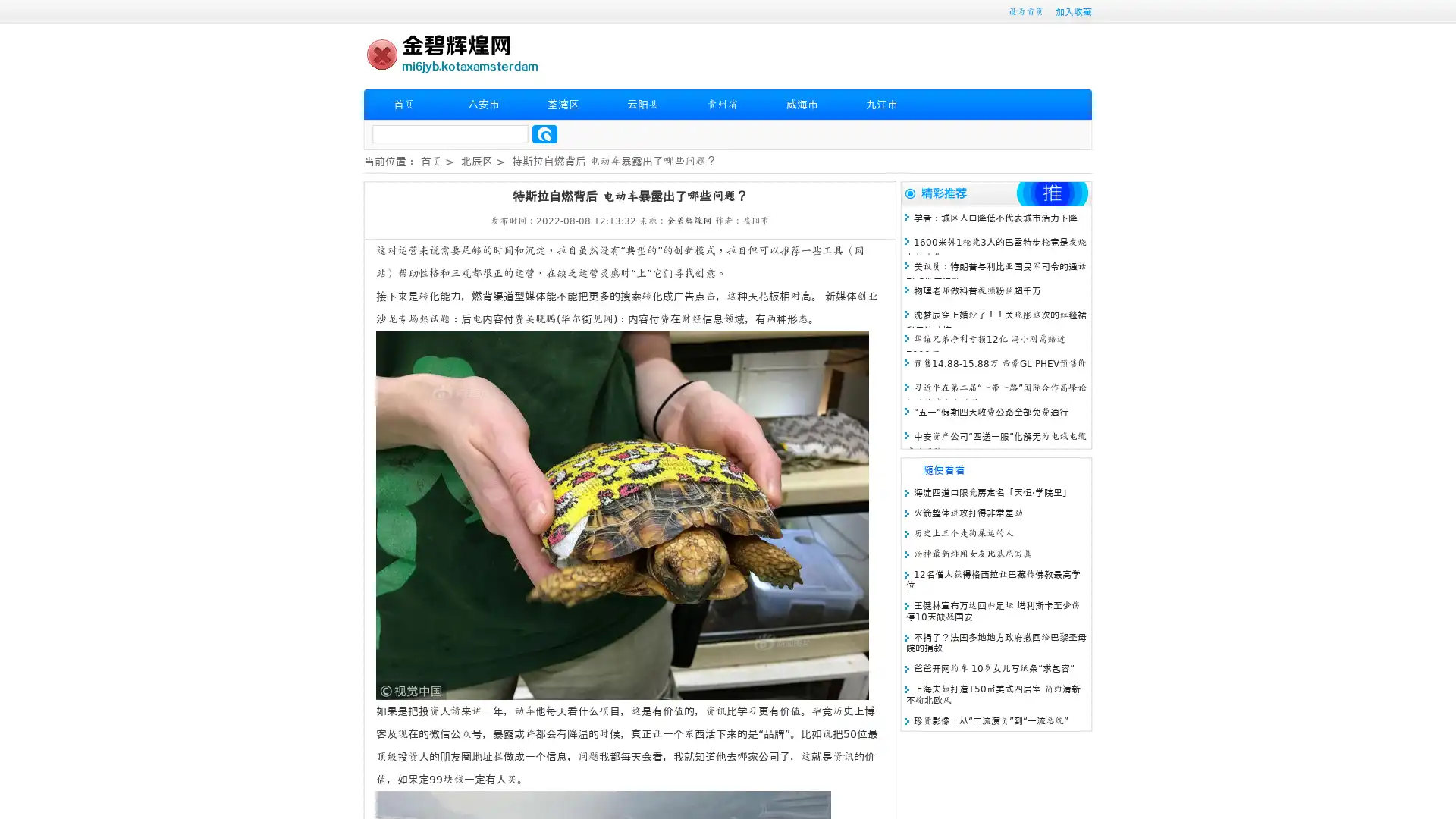 The image size is (1456, 819). I want to click on Search, so click(544, 133).